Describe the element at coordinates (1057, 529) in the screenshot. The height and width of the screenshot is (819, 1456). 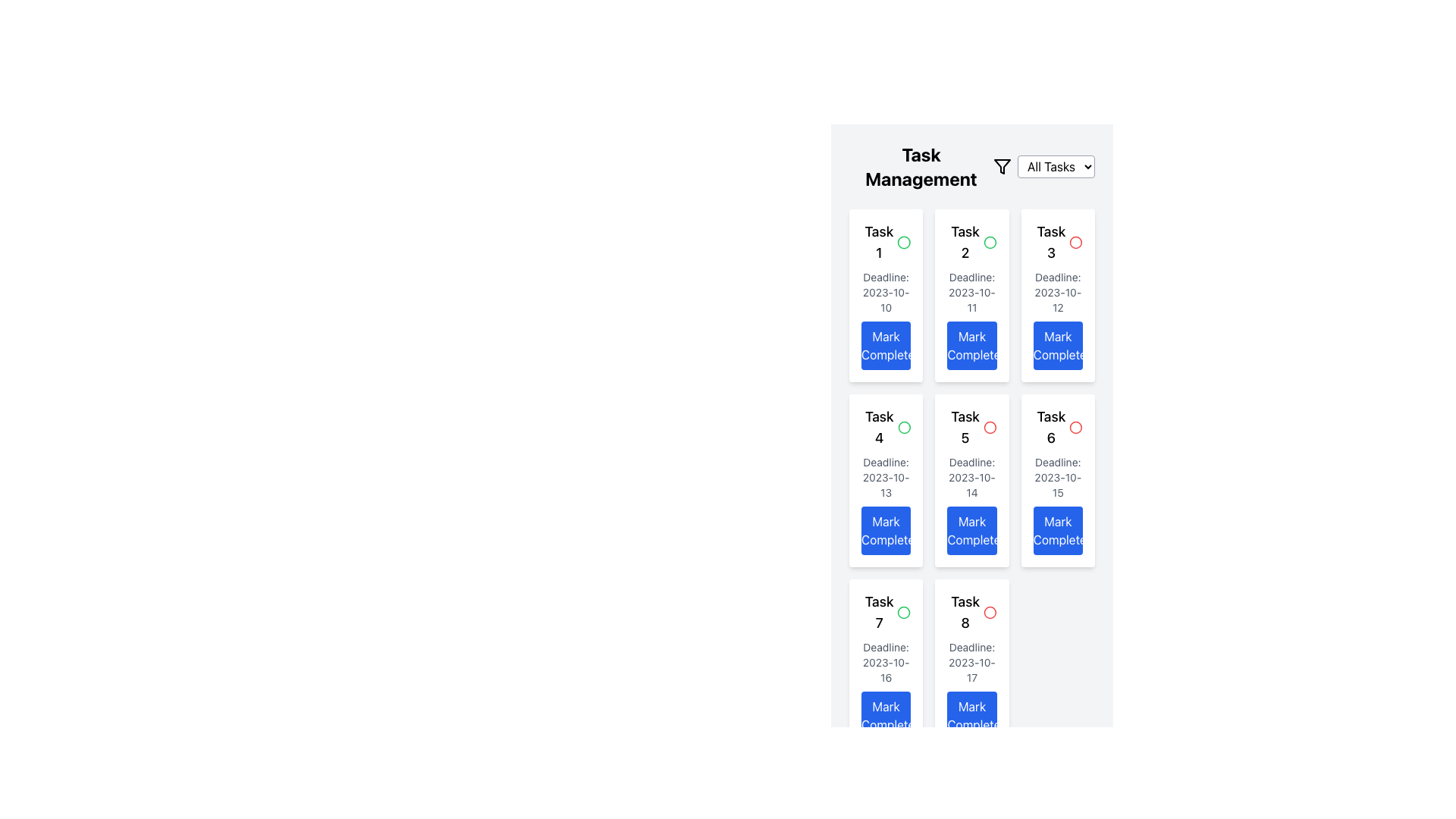
I see `the 'Mark Completed' button located at the bottom of the 'Task 6' card to mark the task as completed` at that location.